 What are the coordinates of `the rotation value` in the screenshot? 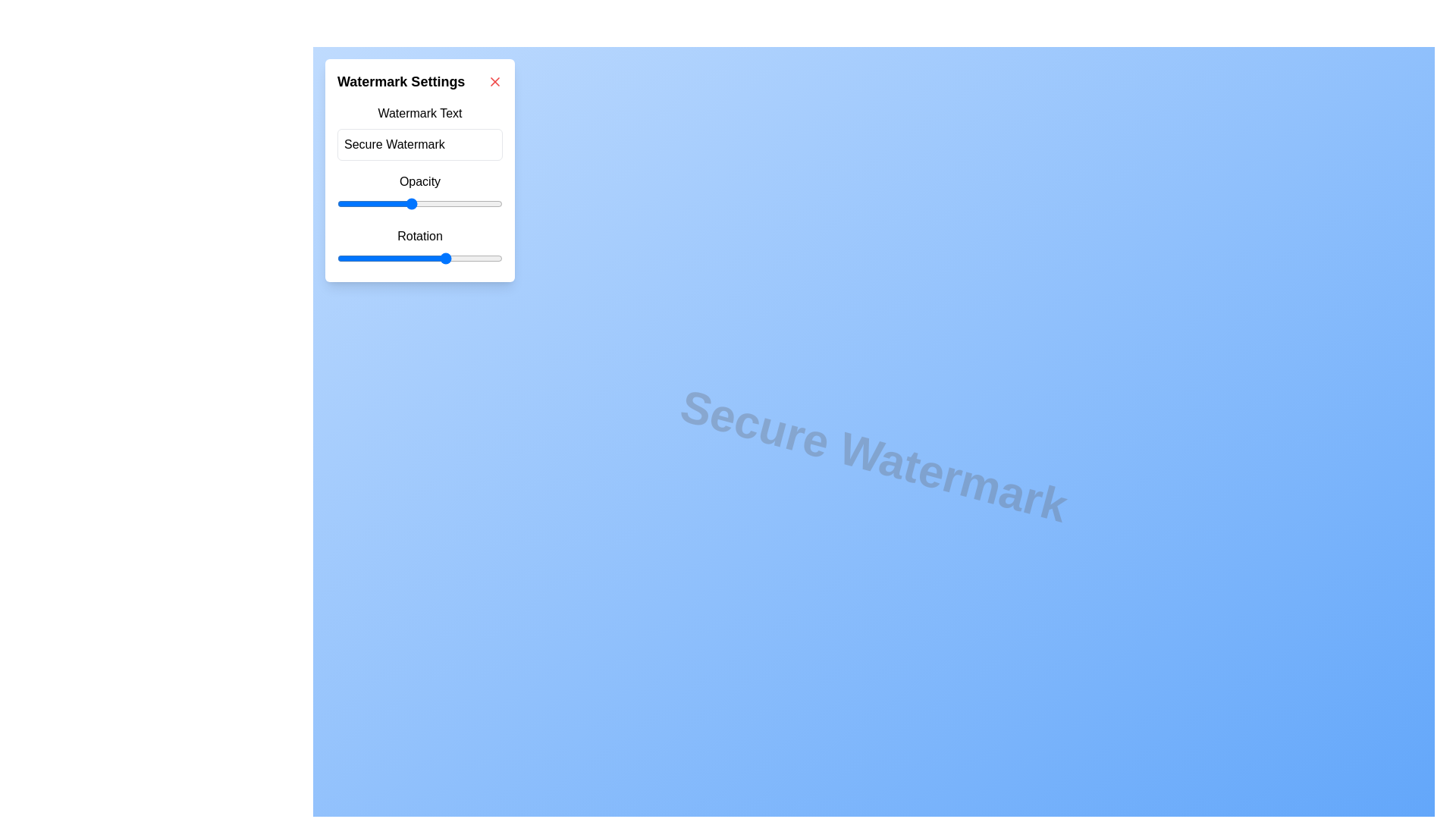 It's located at (347, 257).